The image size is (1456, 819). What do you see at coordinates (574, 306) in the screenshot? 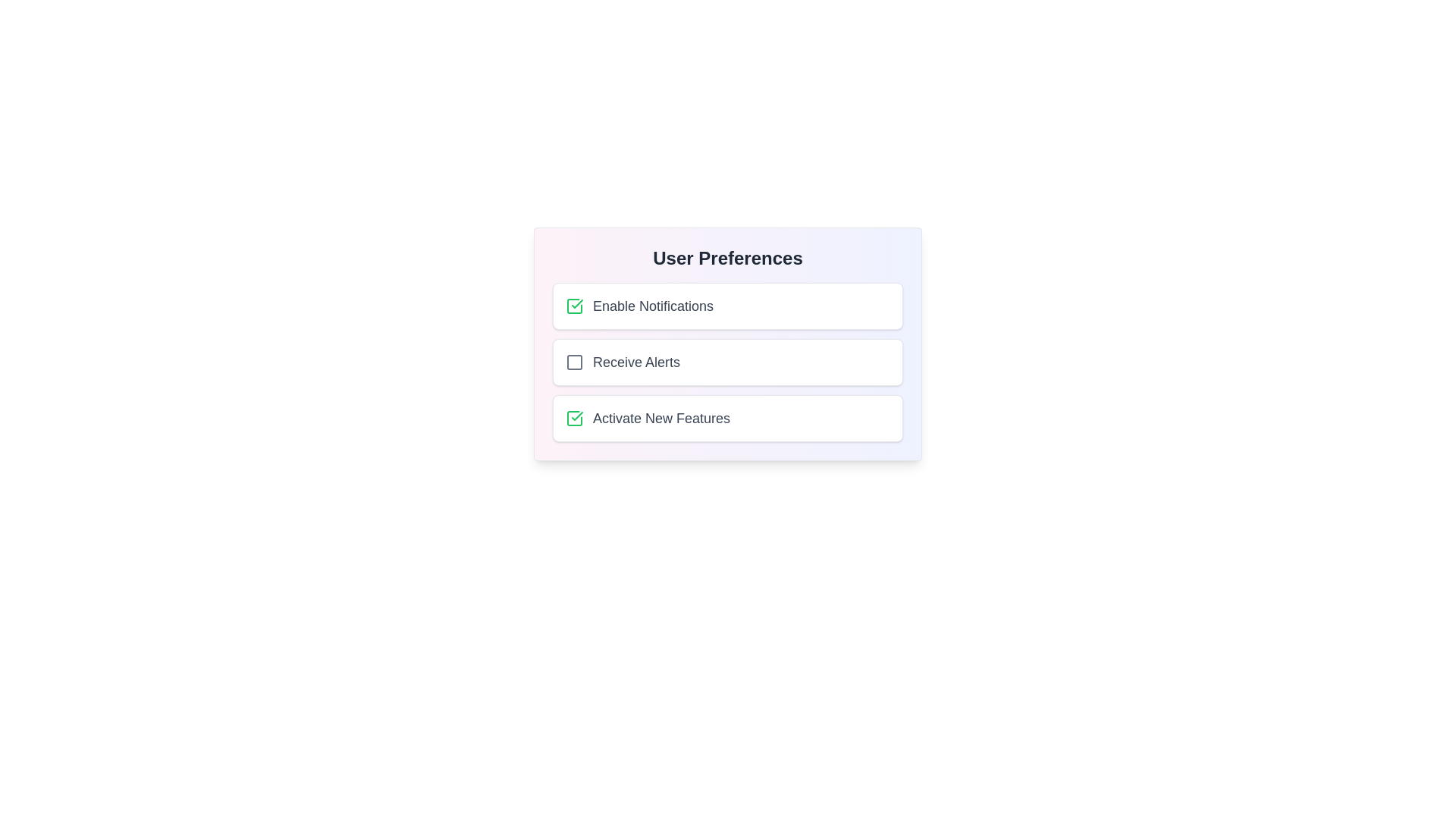
I see `the checkbox with a green checkmark inside` at bounding box center [574, 306].